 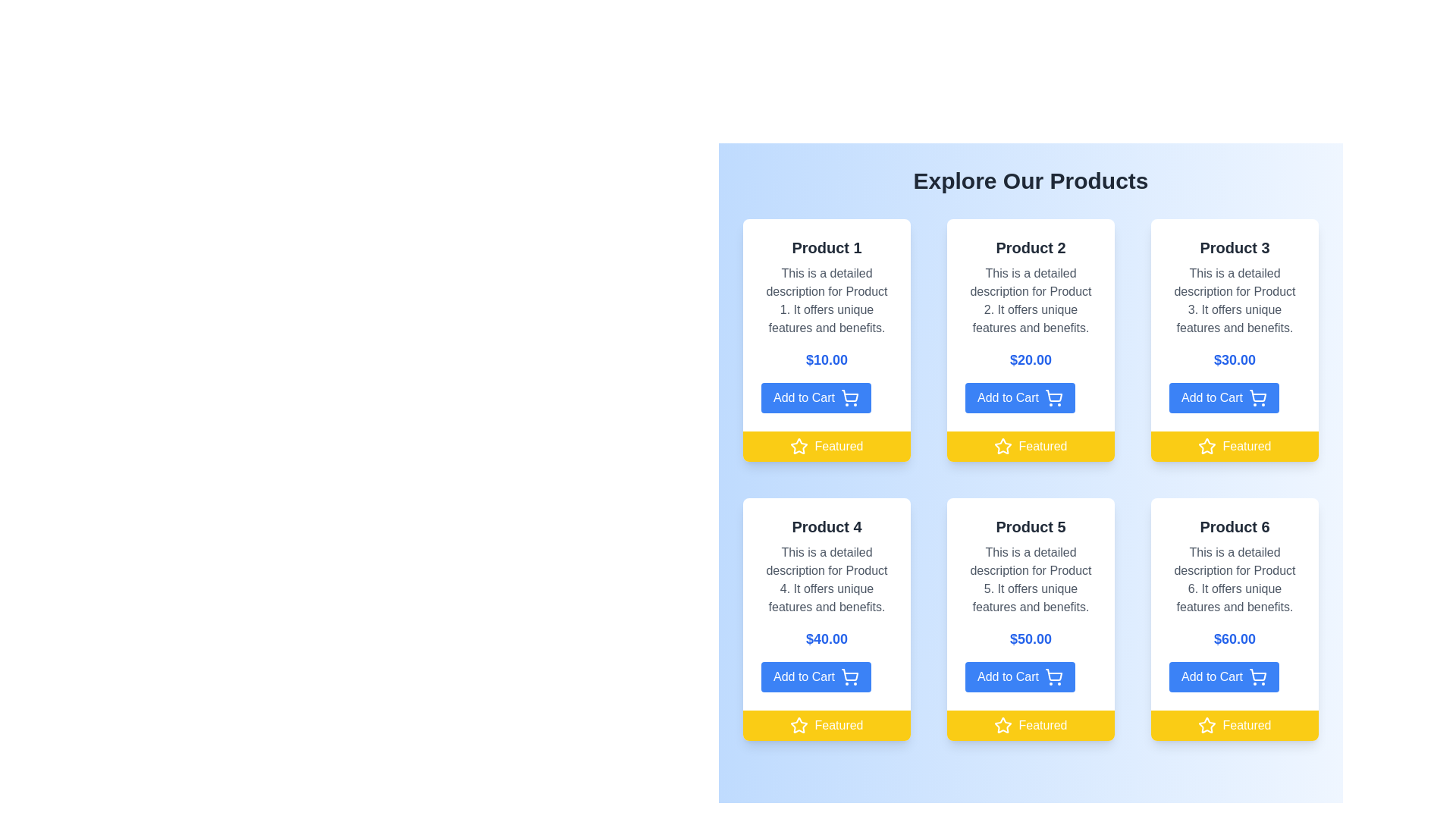 I want to click on the blue 'Add to Cart' button with rounded corners located at the bottom section of the card for 'Product 2', which is directly below the price label displaying '$20.00', so click(x=1020, y=397).